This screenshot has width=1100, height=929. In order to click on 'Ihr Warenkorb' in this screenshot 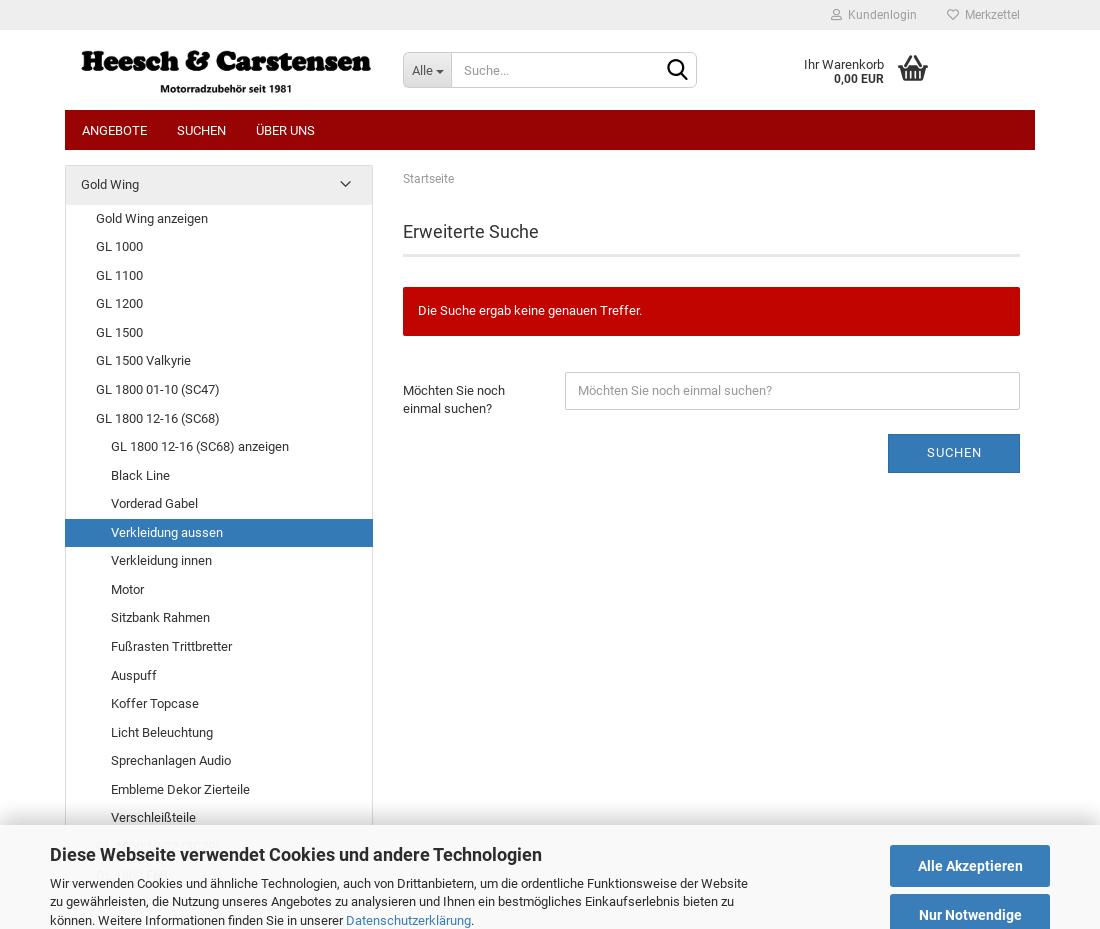, I will do `click(803, 63)`.